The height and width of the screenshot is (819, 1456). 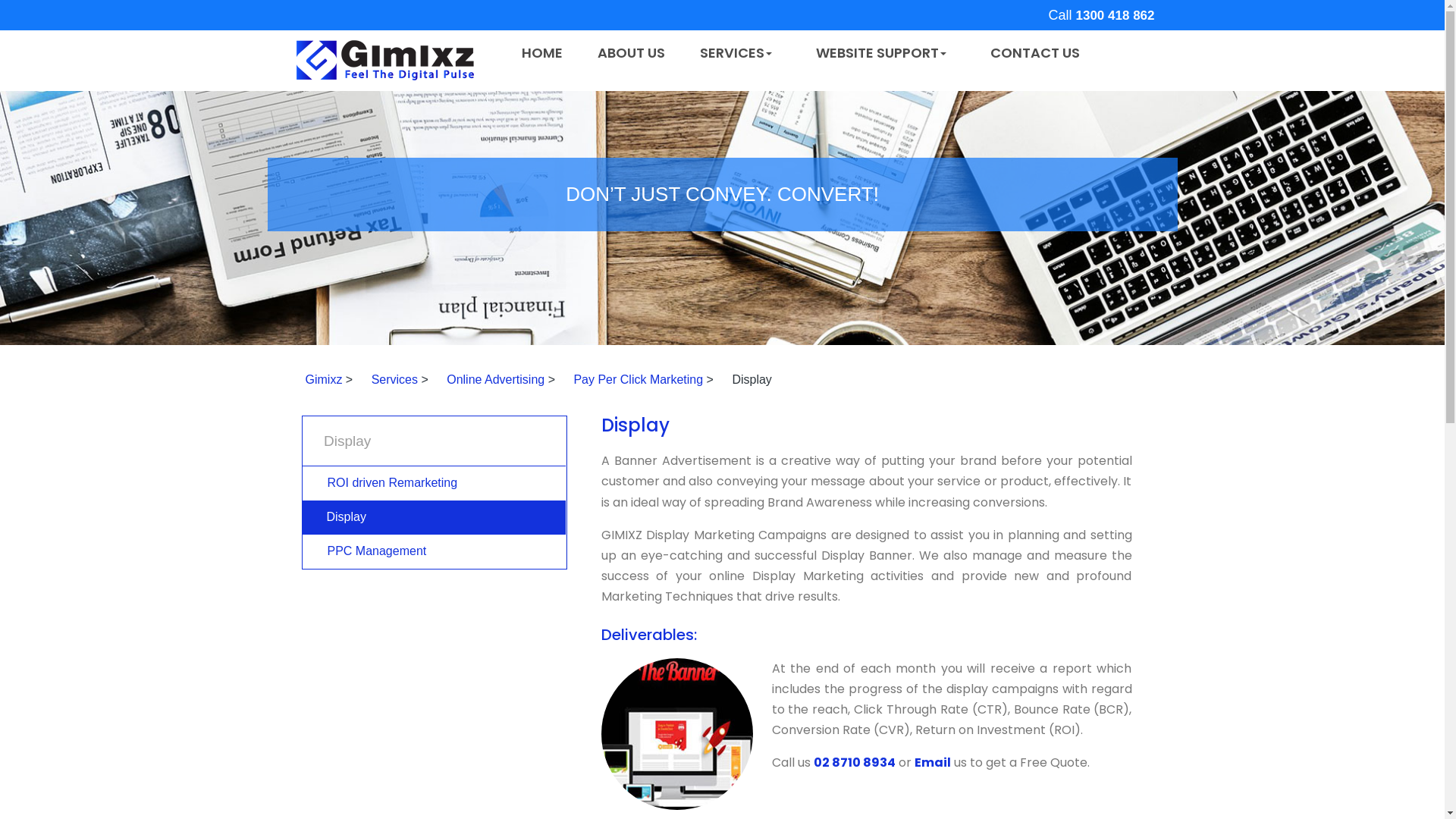 I want to click on 'WEBSITE SUPPORT', so click(x=885, y=52).